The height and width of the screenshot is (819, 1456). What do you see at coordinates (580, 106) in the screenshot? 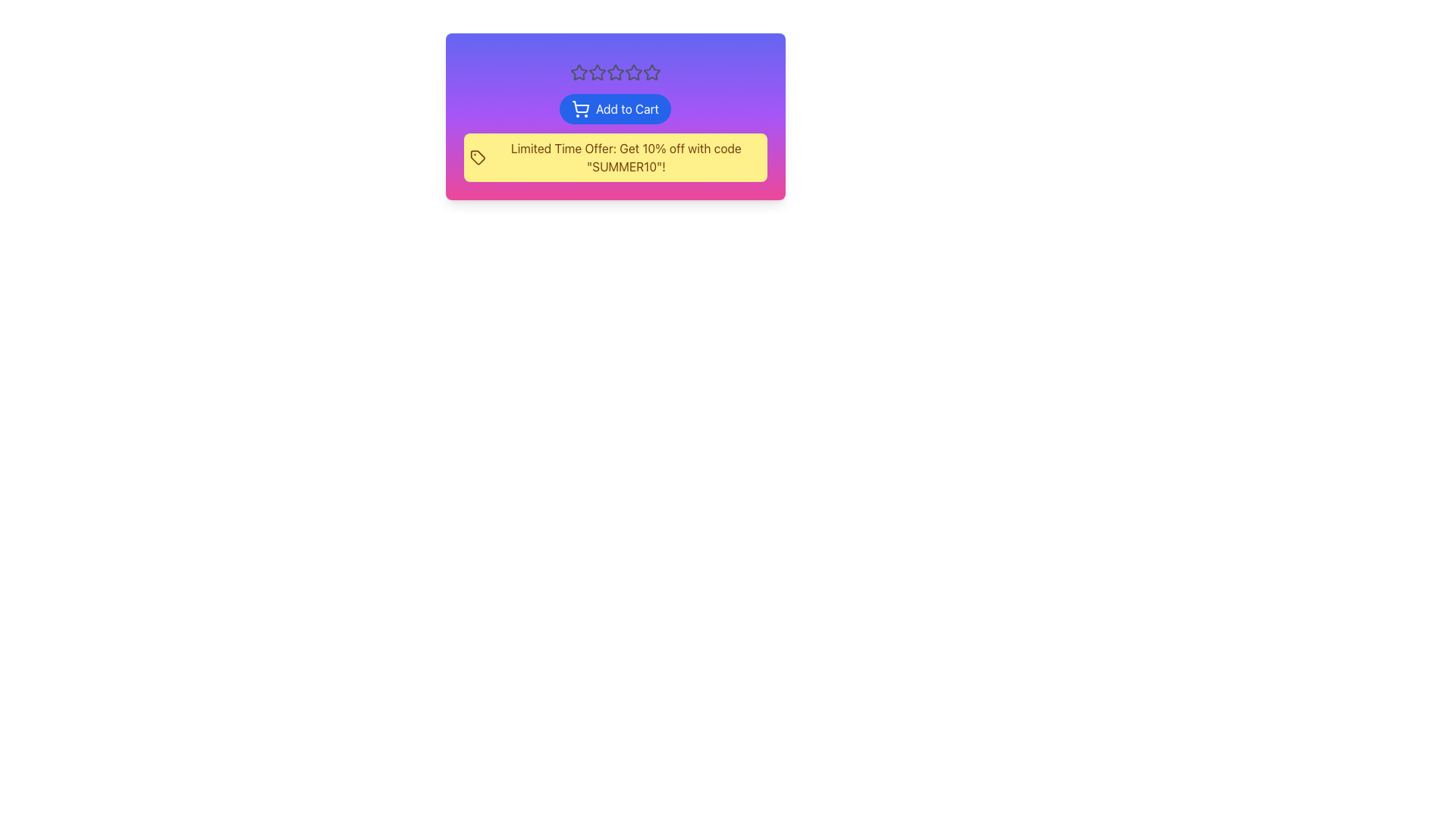
I see `the shopping cart icon, which is part of the 'Add to Cart' button located under the star rating section and above the promotional text block` at bounding box center [580, 106].